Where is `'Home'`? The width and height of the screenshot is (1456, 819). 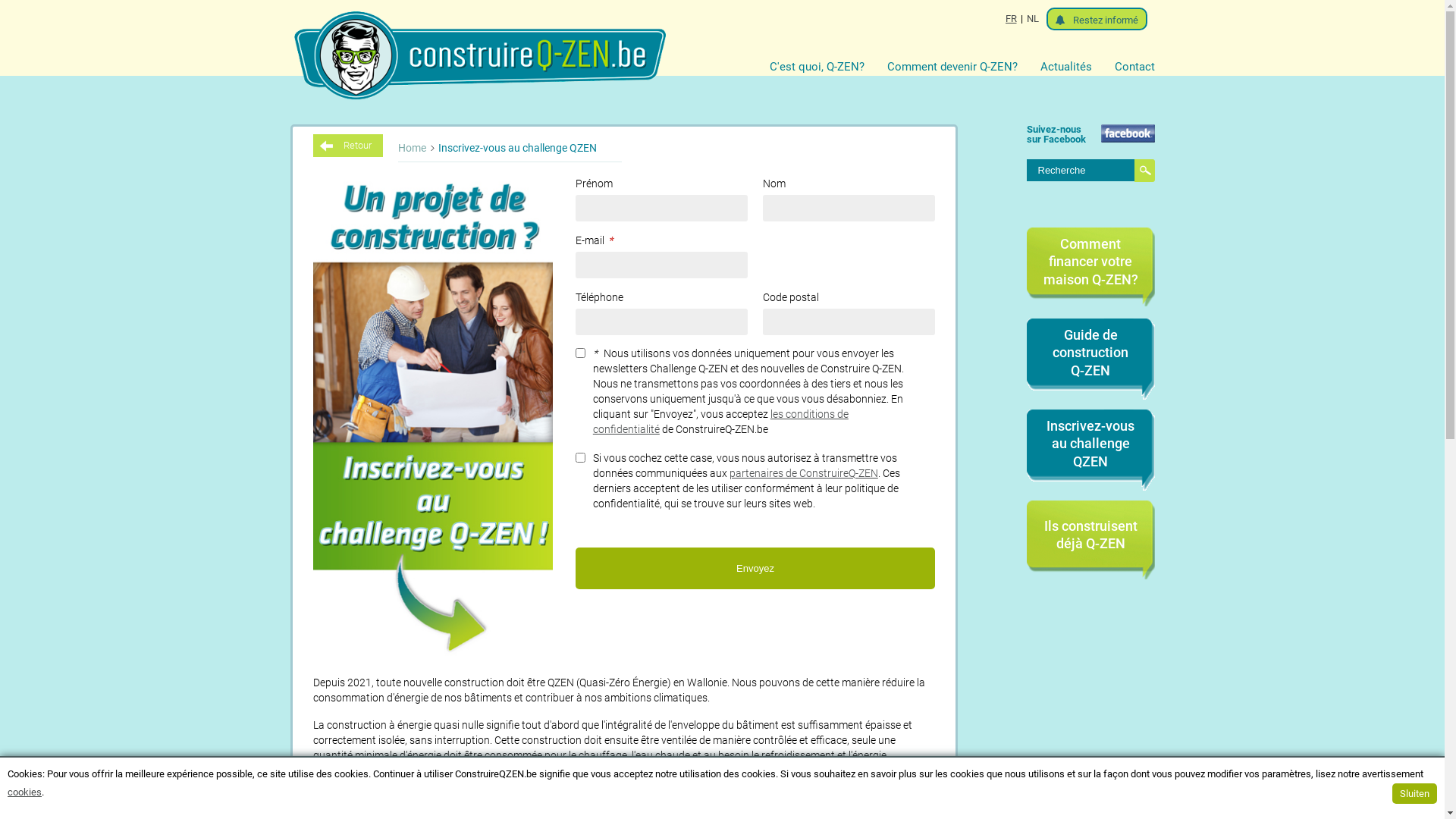
'Home' is located at coordinates (411, 148).